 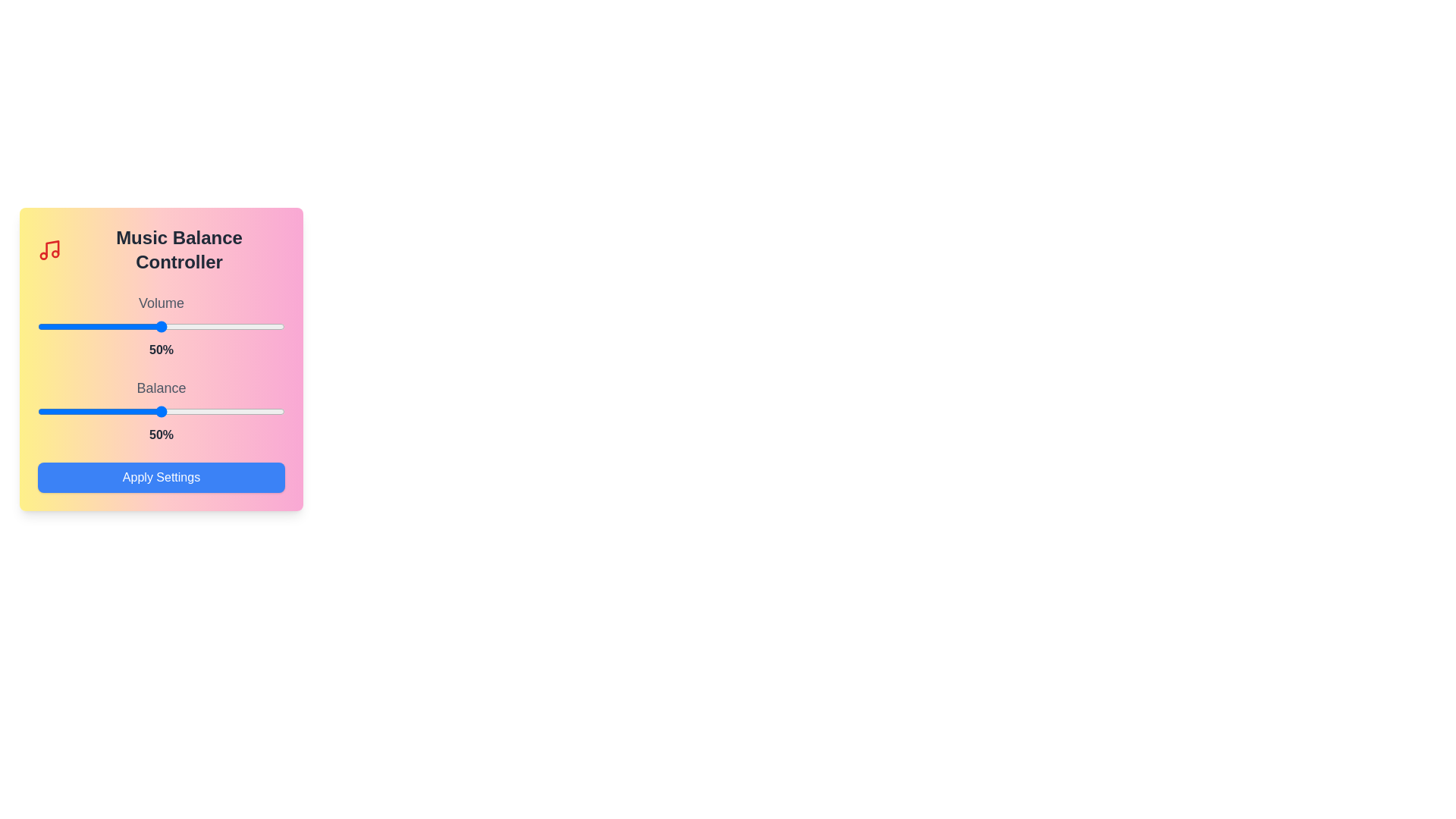 I want to click on the volume slider to set the volume to 98%, so click(x=280, y=326).